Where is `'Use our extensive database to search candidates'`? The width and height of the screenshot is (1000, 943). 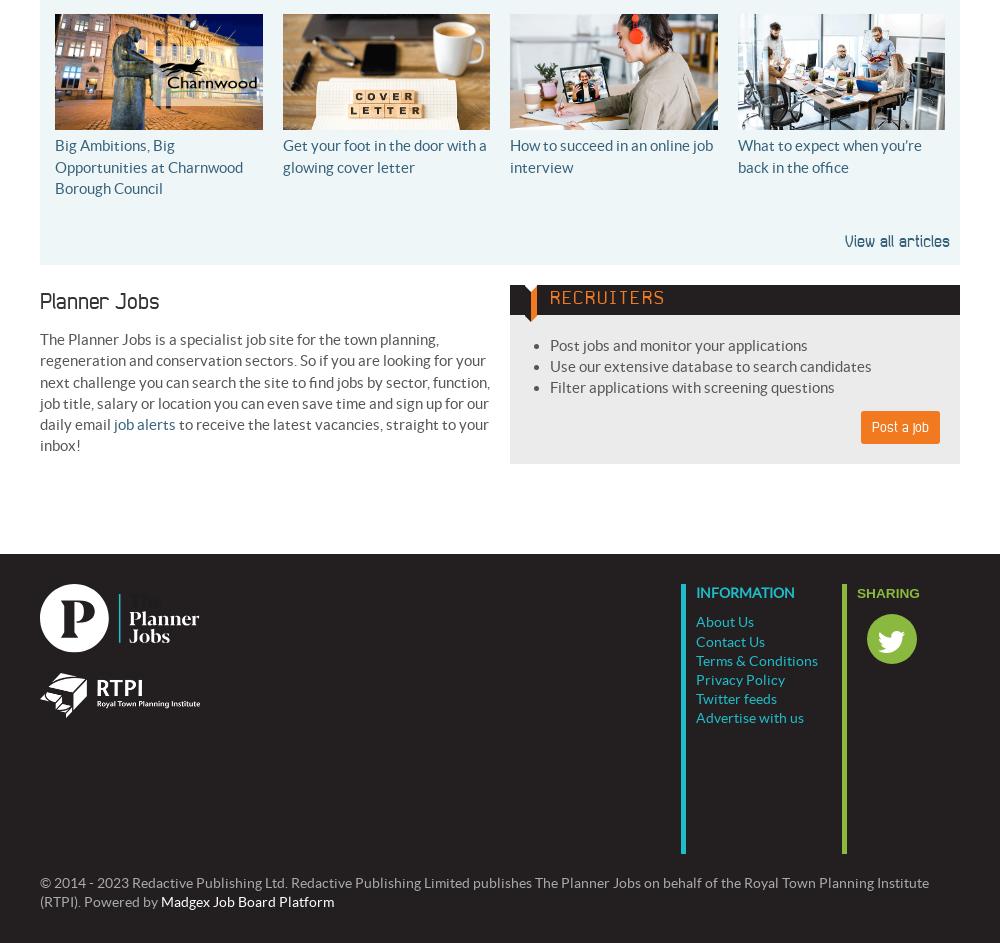
'Use our extensive database to search candidates' is located at coordinates (710, 366).